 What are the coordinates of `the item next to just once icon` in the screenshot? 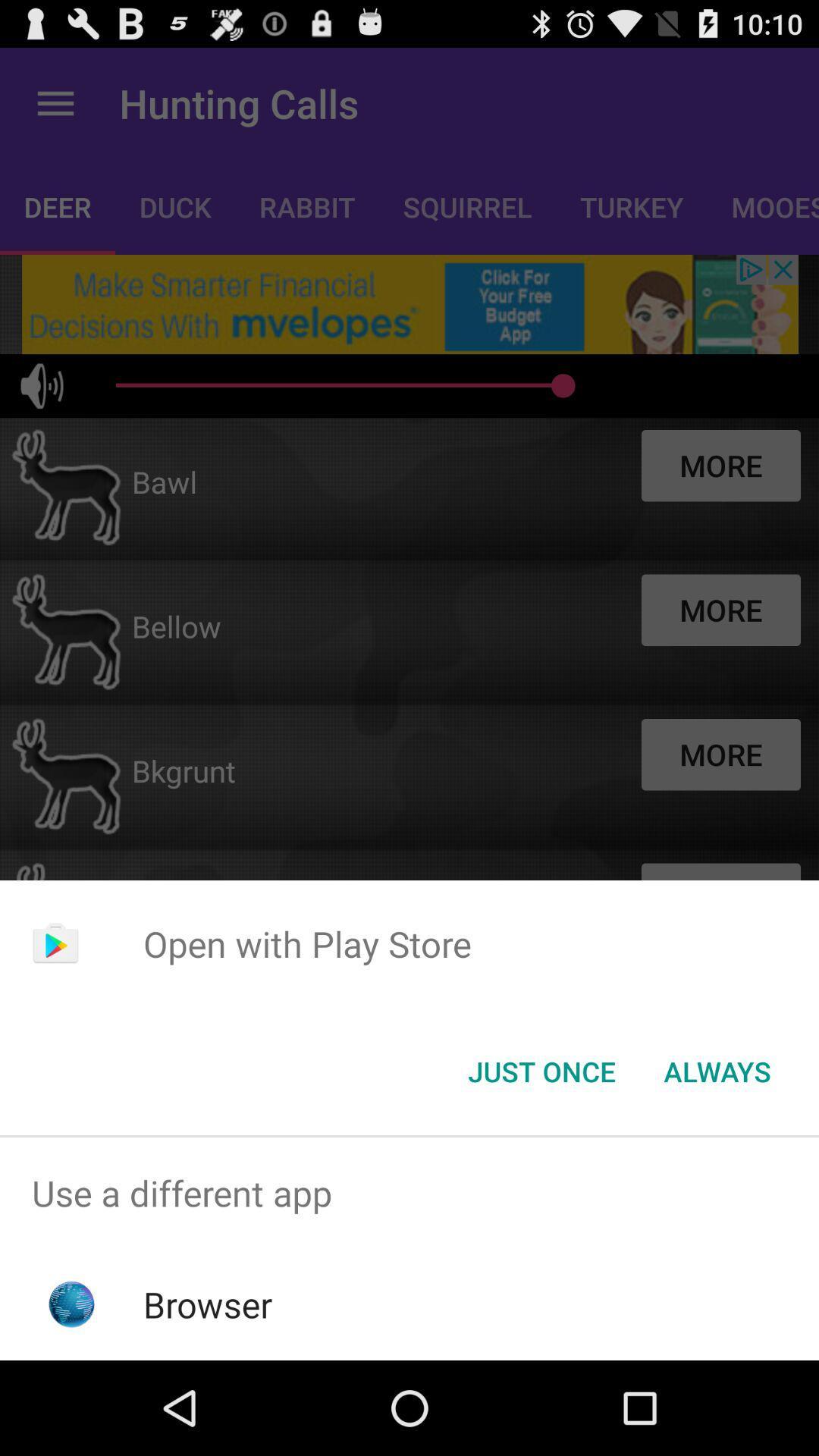 It's located at (717, 1070).